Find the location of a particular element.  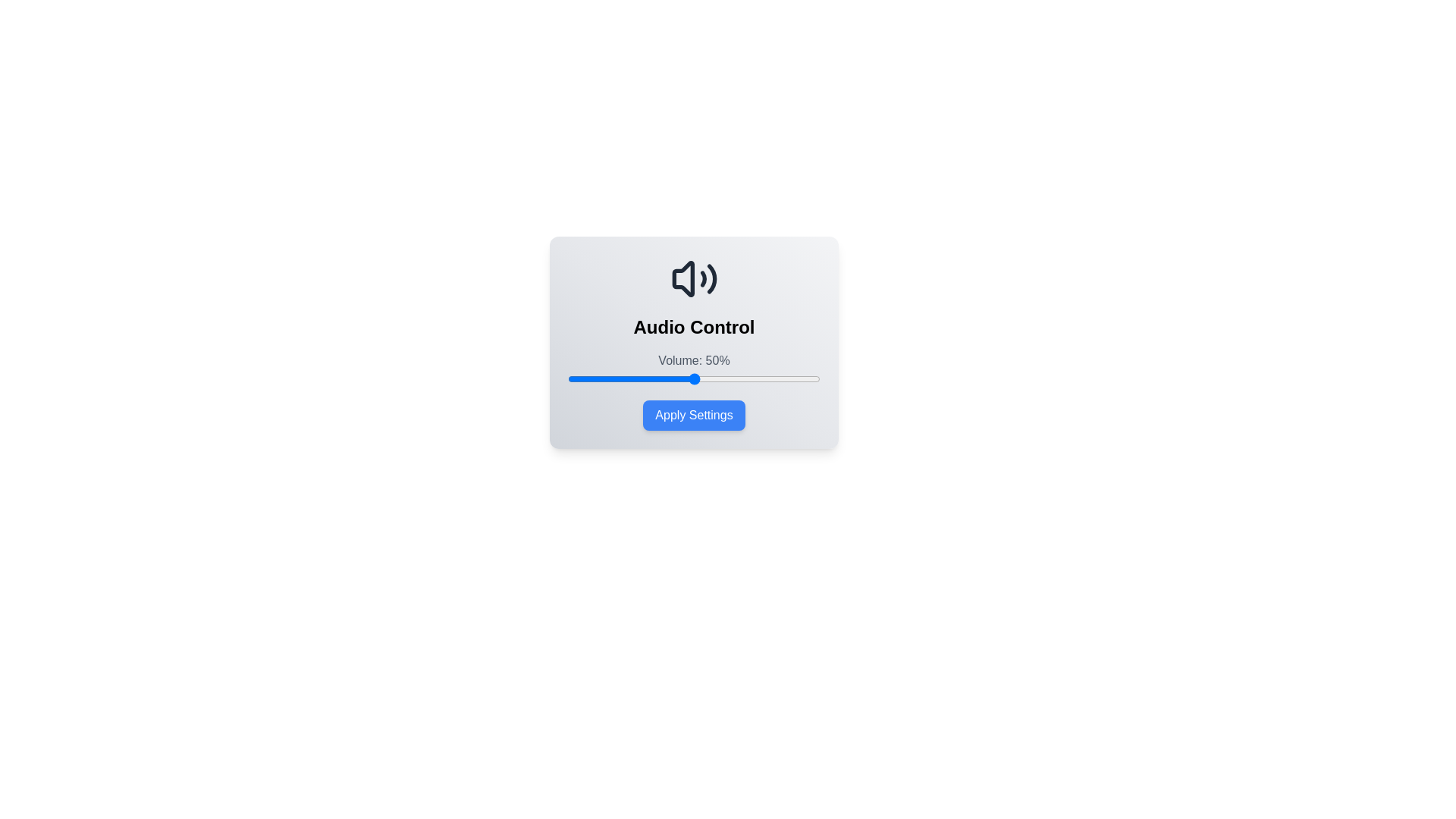

the 'Apply' button located at the bottom of the 'Audio Control' card is located at coordinates (693, 415).